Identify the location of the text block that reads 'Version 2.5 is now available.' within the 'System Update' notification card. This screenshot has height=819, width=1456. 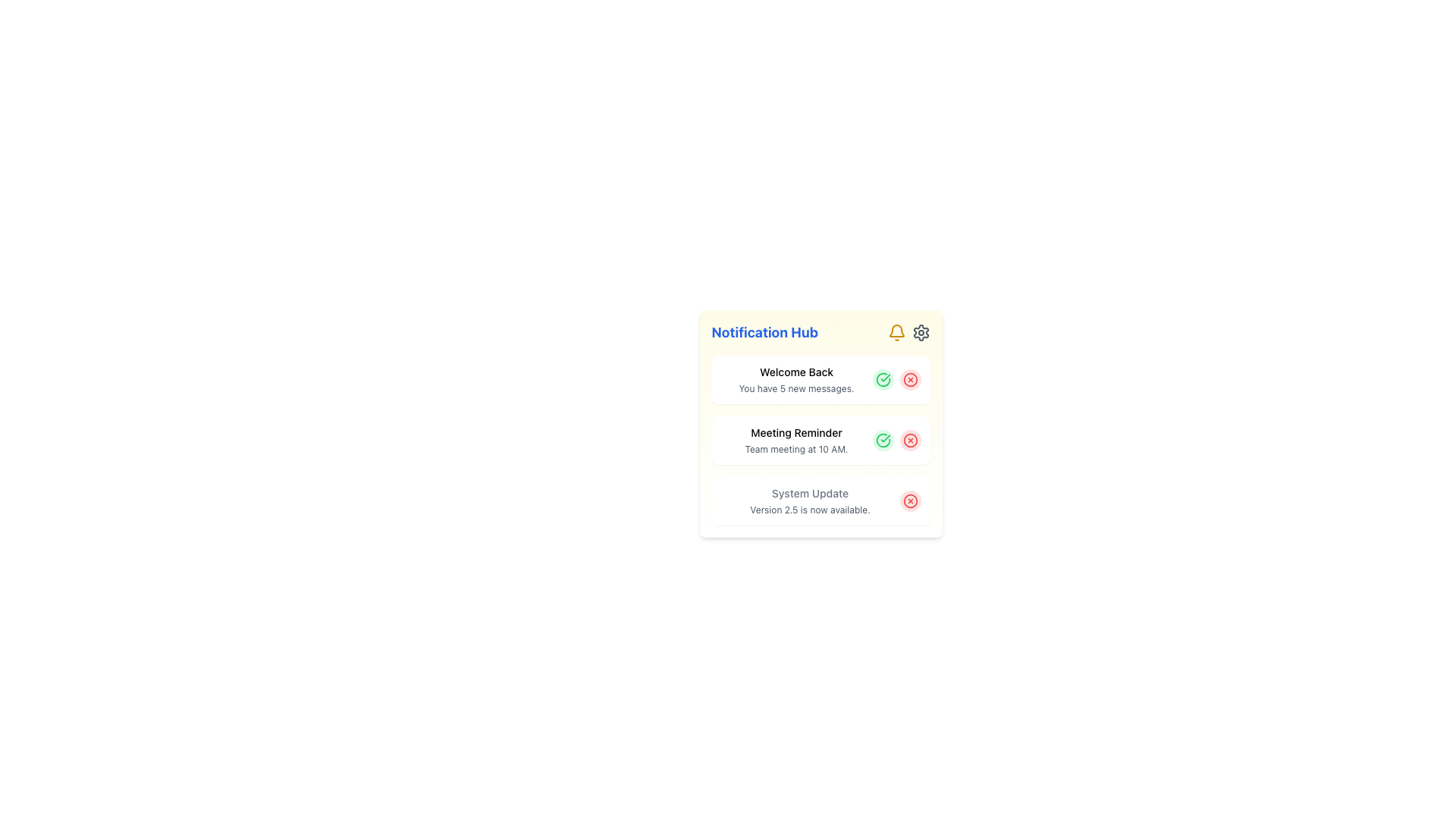
(809, 510).